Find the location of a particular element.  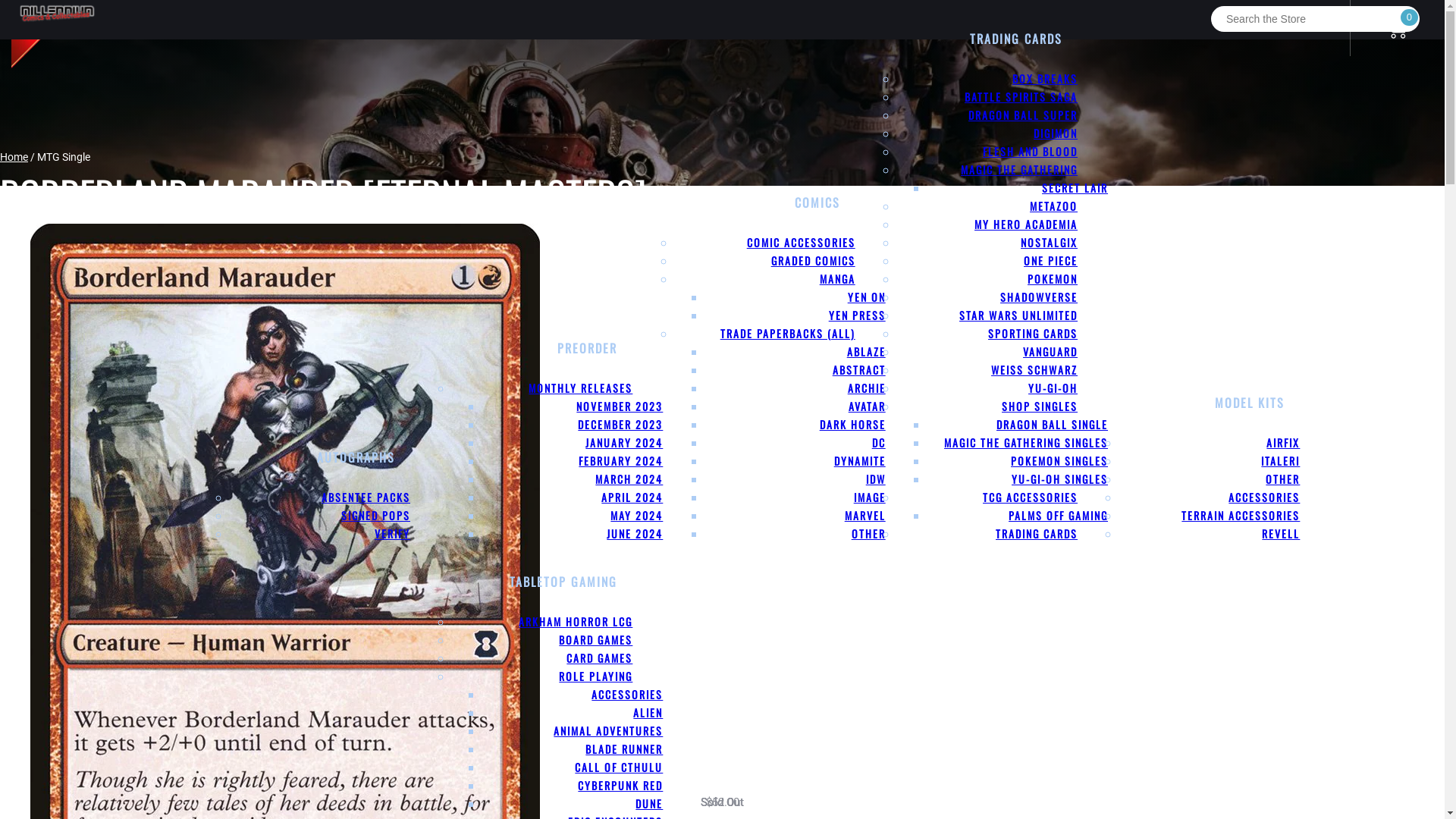

'Home' is located at coordinates (14, 157).